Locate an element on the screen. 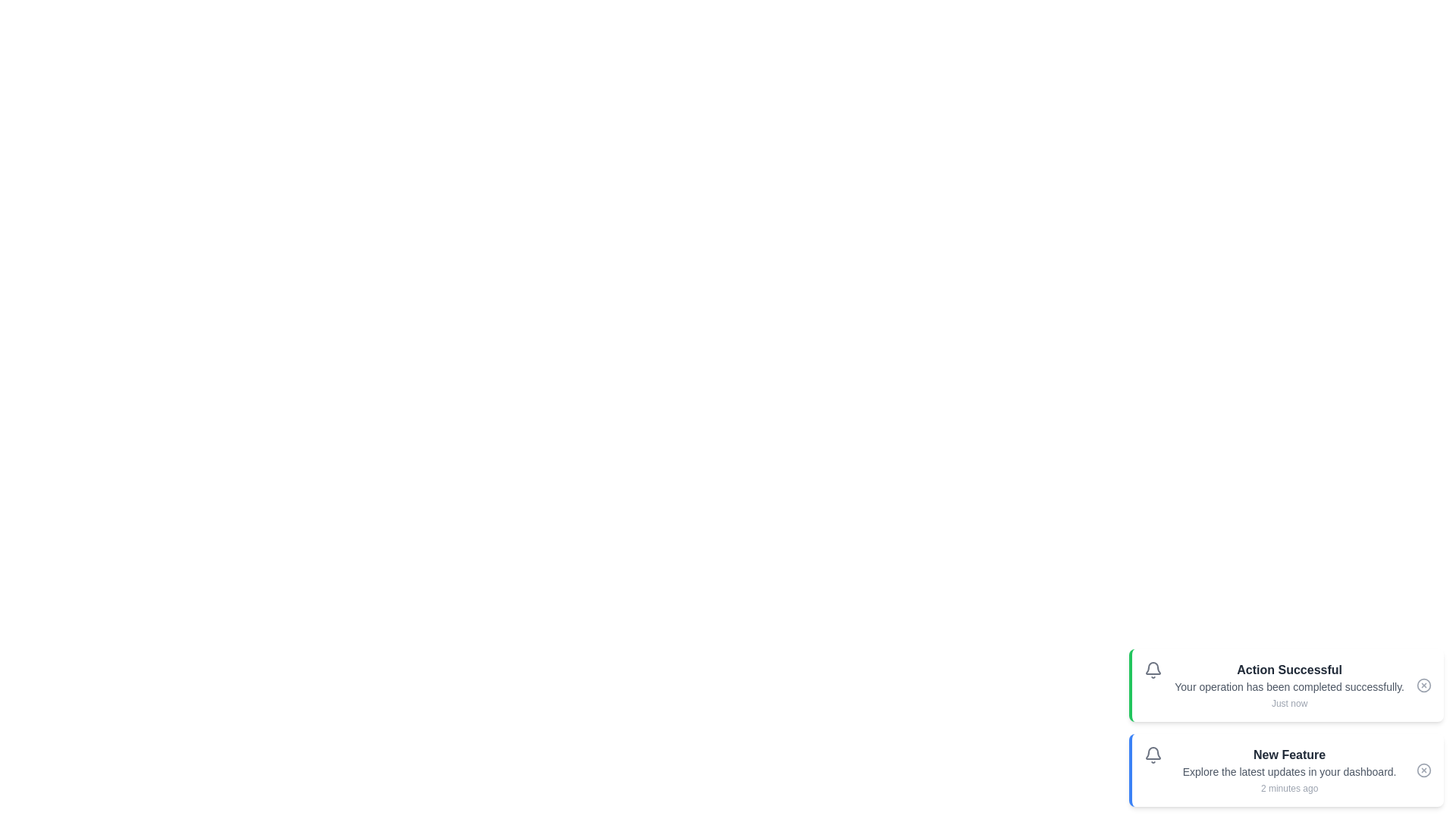 The height and width of the screenshot is (819, 1456). the text block in the notification card that displays 'Action Successful' with the message 'Your operation has been completed successfully.' is located at coordinates (1288, 685).